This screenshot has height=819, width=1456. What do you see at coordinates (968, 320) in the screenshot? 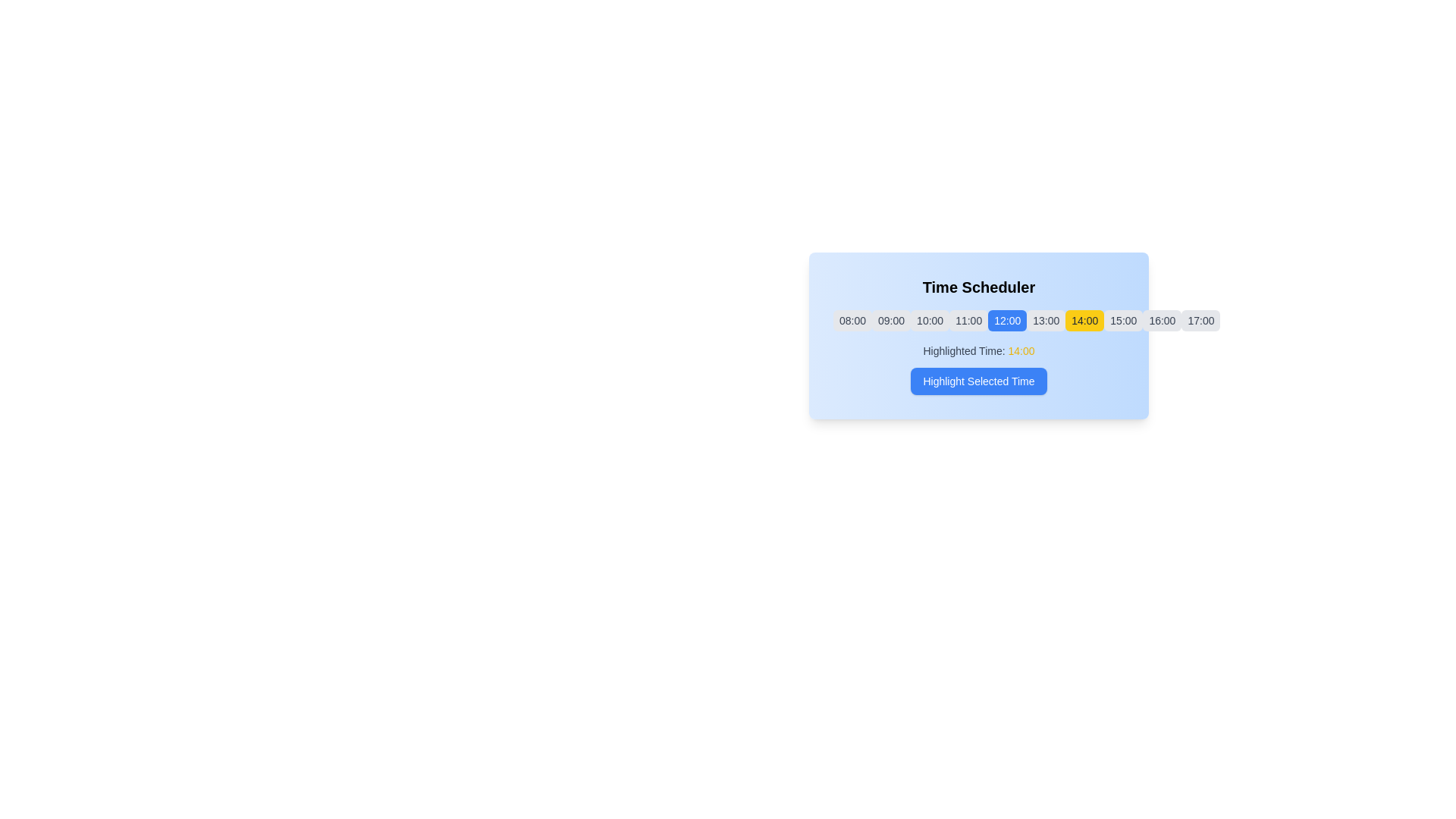
I see `the button labeled '11:00', which has a light gray background and dark gray text, positioned fourth in a horizontal row below 'Time Scheduler'` at bounding box center [968, 320].